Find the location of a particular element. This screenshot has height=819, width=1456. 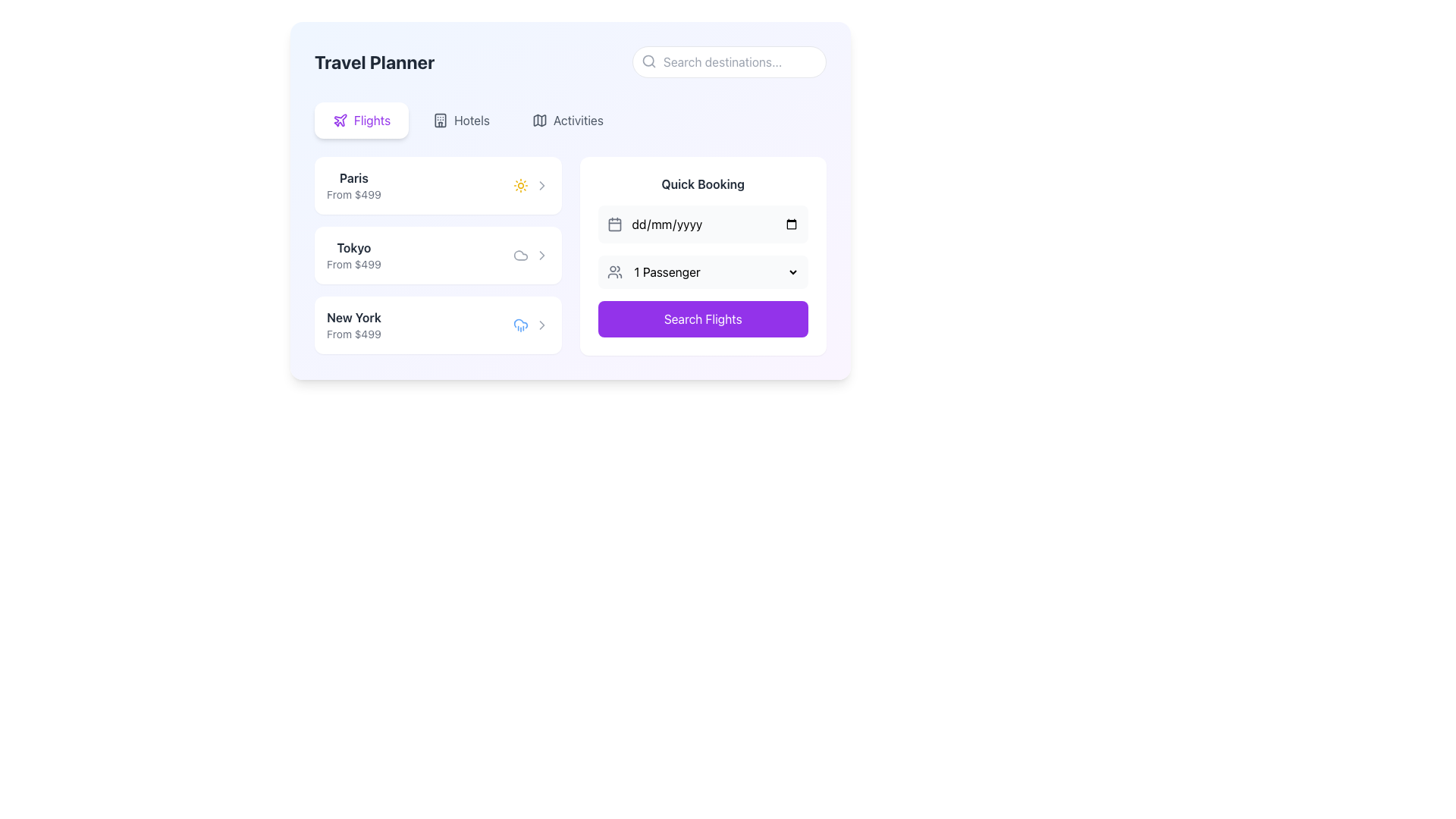

the Dropdown menu for selecting the number of passengers in the 'Quick Booking' section to interact with its contents is located at coordinates (701, 271).